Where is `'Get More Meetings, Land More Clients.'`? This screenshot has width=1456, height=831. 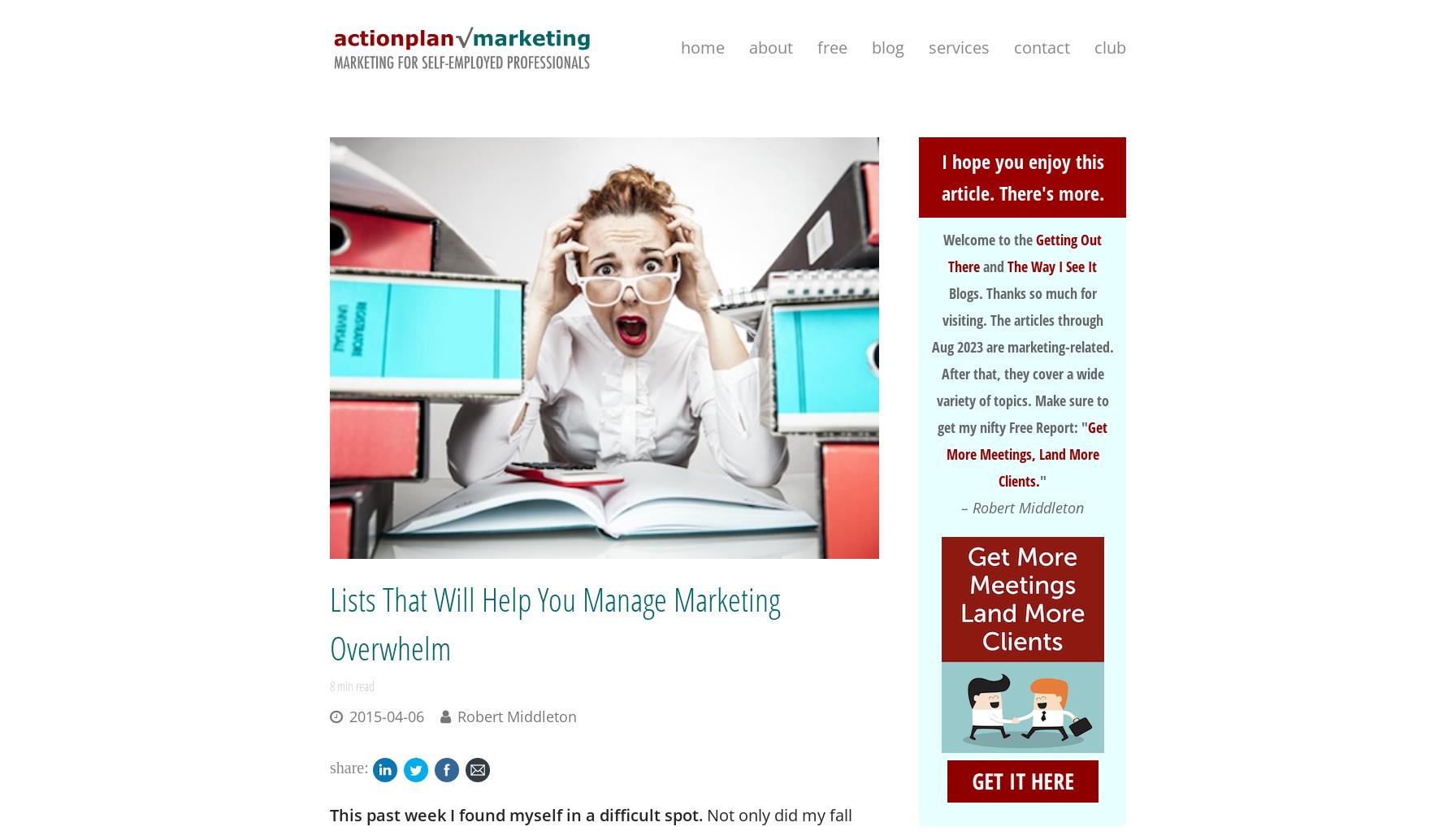
'Get More Meetings, Land More Clients.' is located at coordinates (1026, 453).